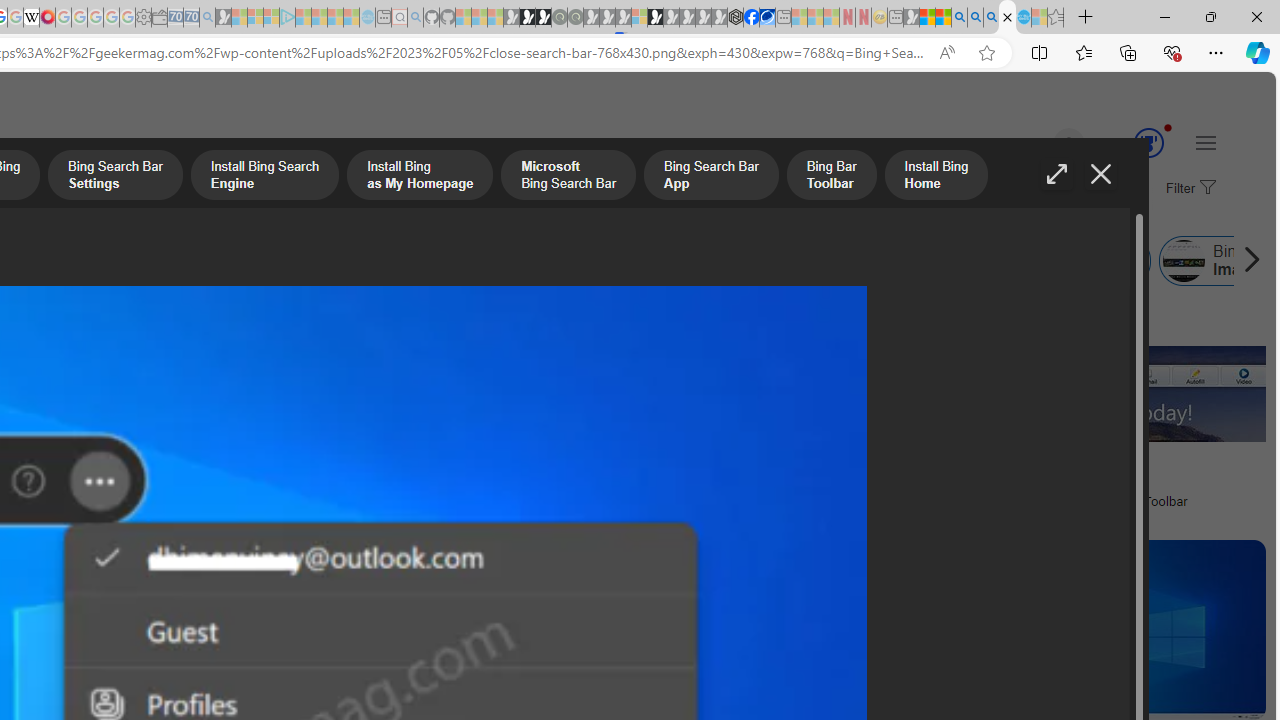 This screenshot has height=720, width=1280. What do you see at coordinates (1204, 141) in the screenshot?
I see `'Settings and quick links'` at bounding box center [1204, 141].